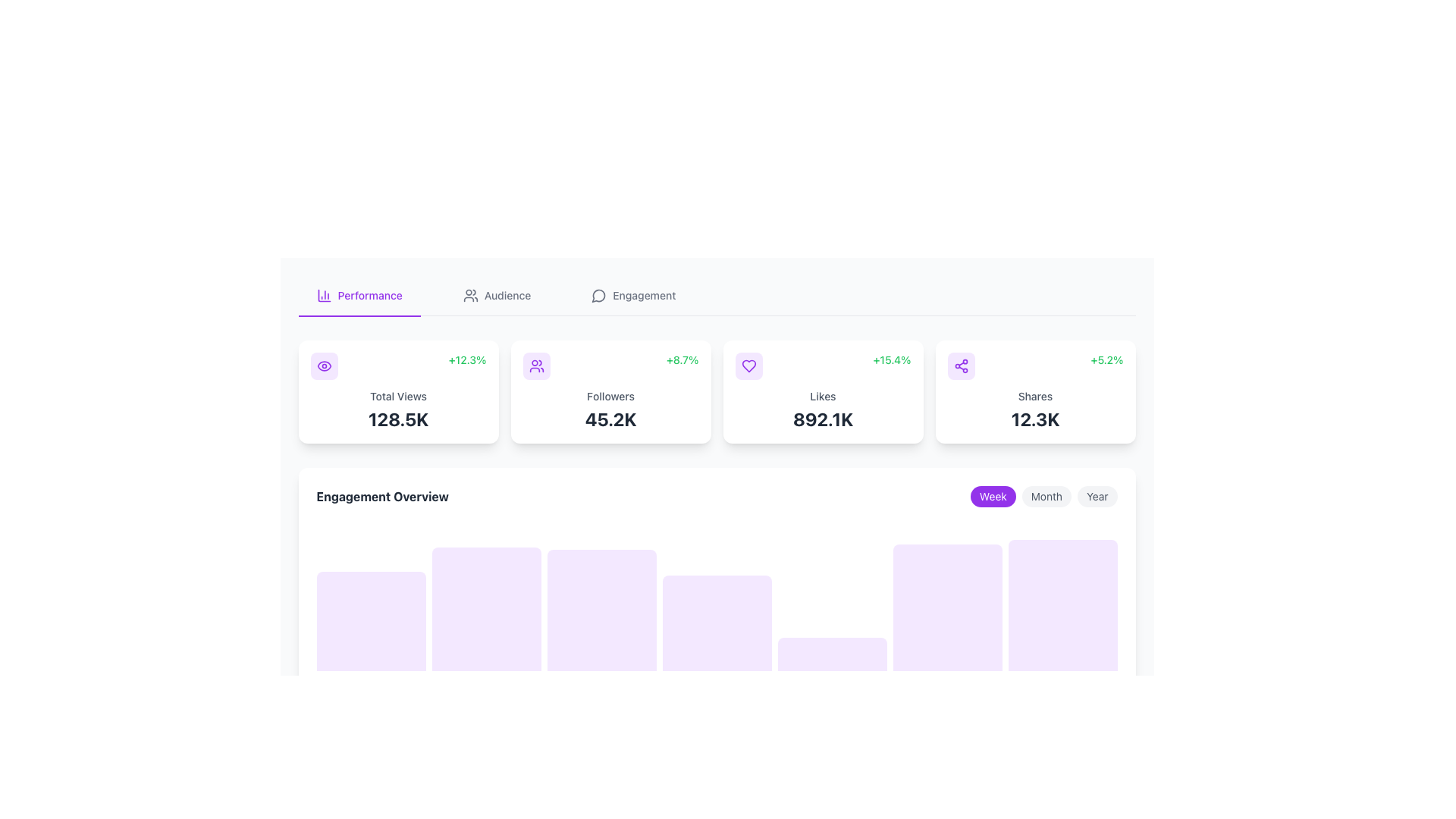 This screenshot has width=1456, height=819. I want to click on the Visual Card with a light purple background that has rounded top corners, located in the fourth position of a row of seven components, so click(716, 623).